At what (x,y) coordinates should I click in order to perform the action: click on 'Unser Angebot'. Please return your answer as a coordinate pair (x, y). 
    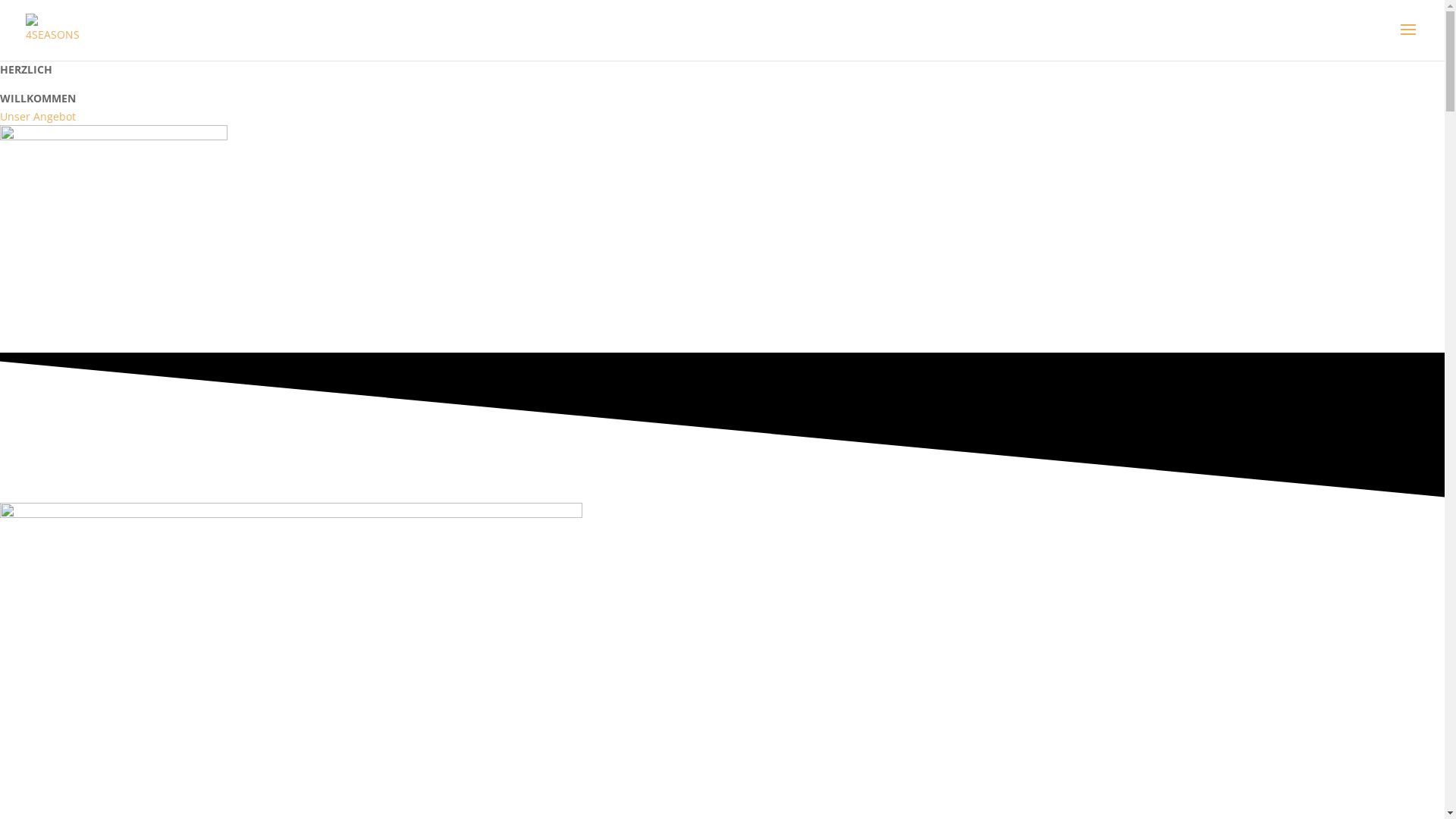
    Looking at the image, I should click on (37, 115).